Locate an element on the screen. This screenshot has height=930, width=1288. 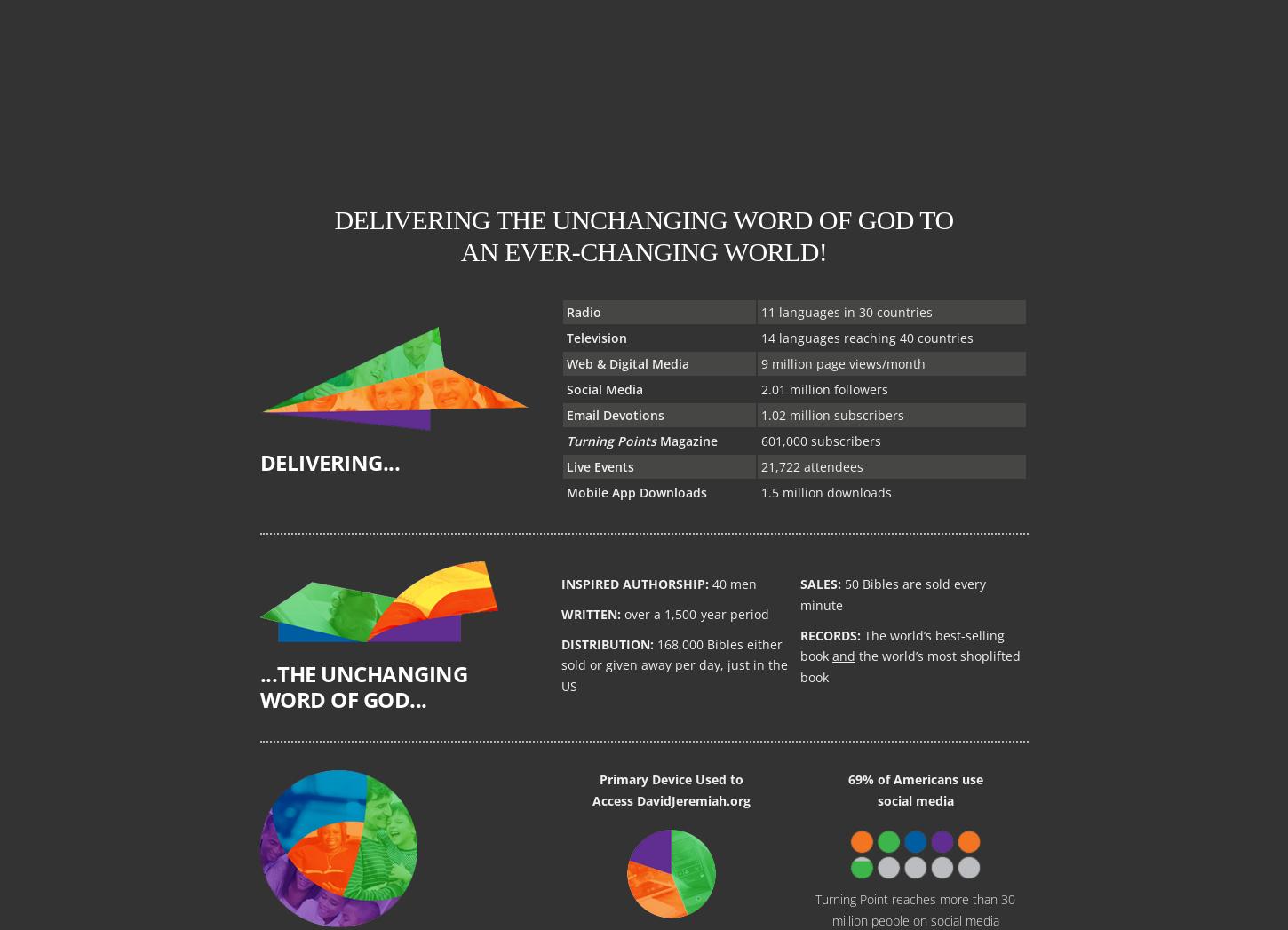
'40 men' is located at coordinates (732, 584).